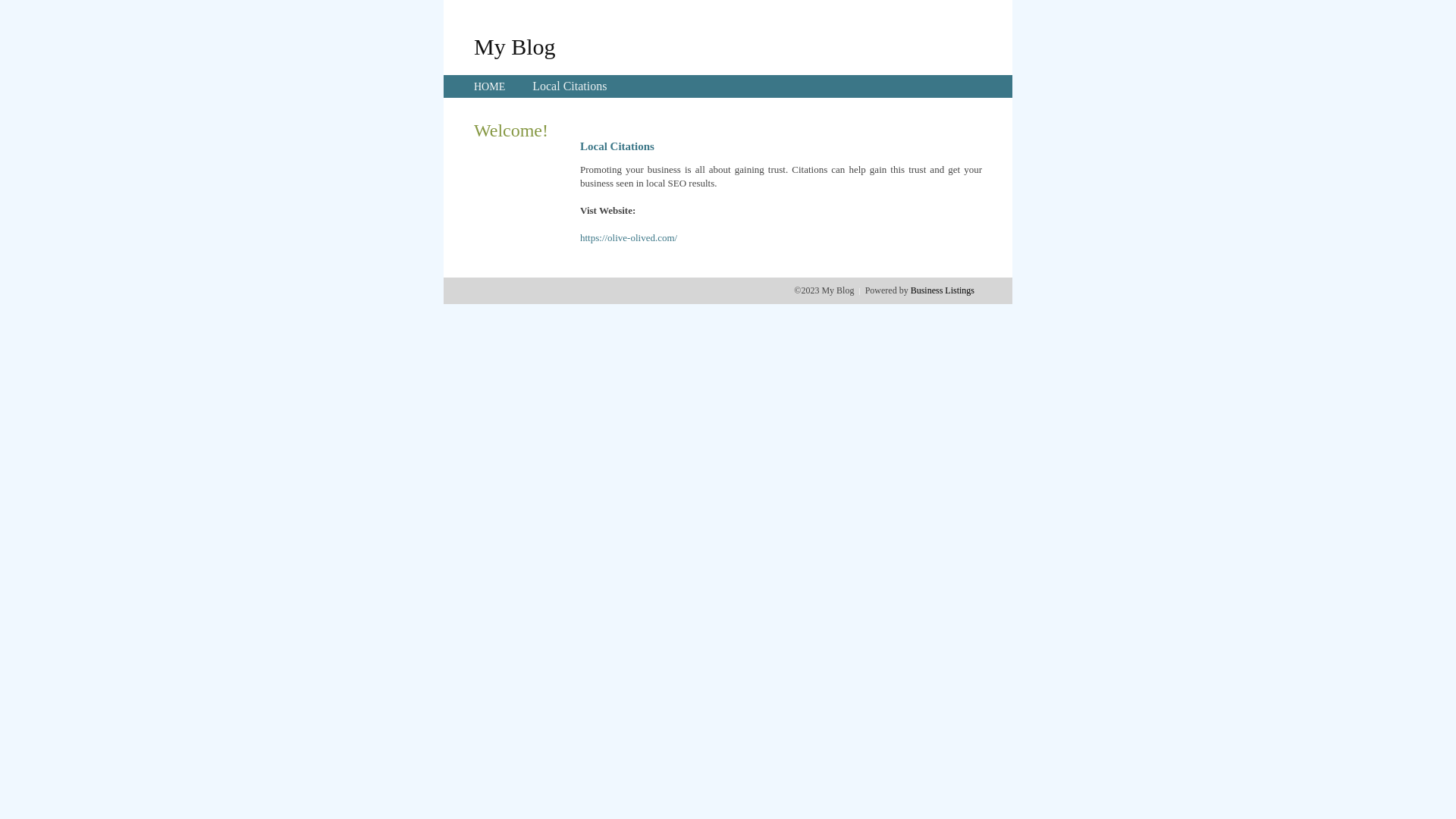  What do you see at coordinates (489, 86) in the screenshot?
I see `'HOME'` at bounding box center [489, 86].